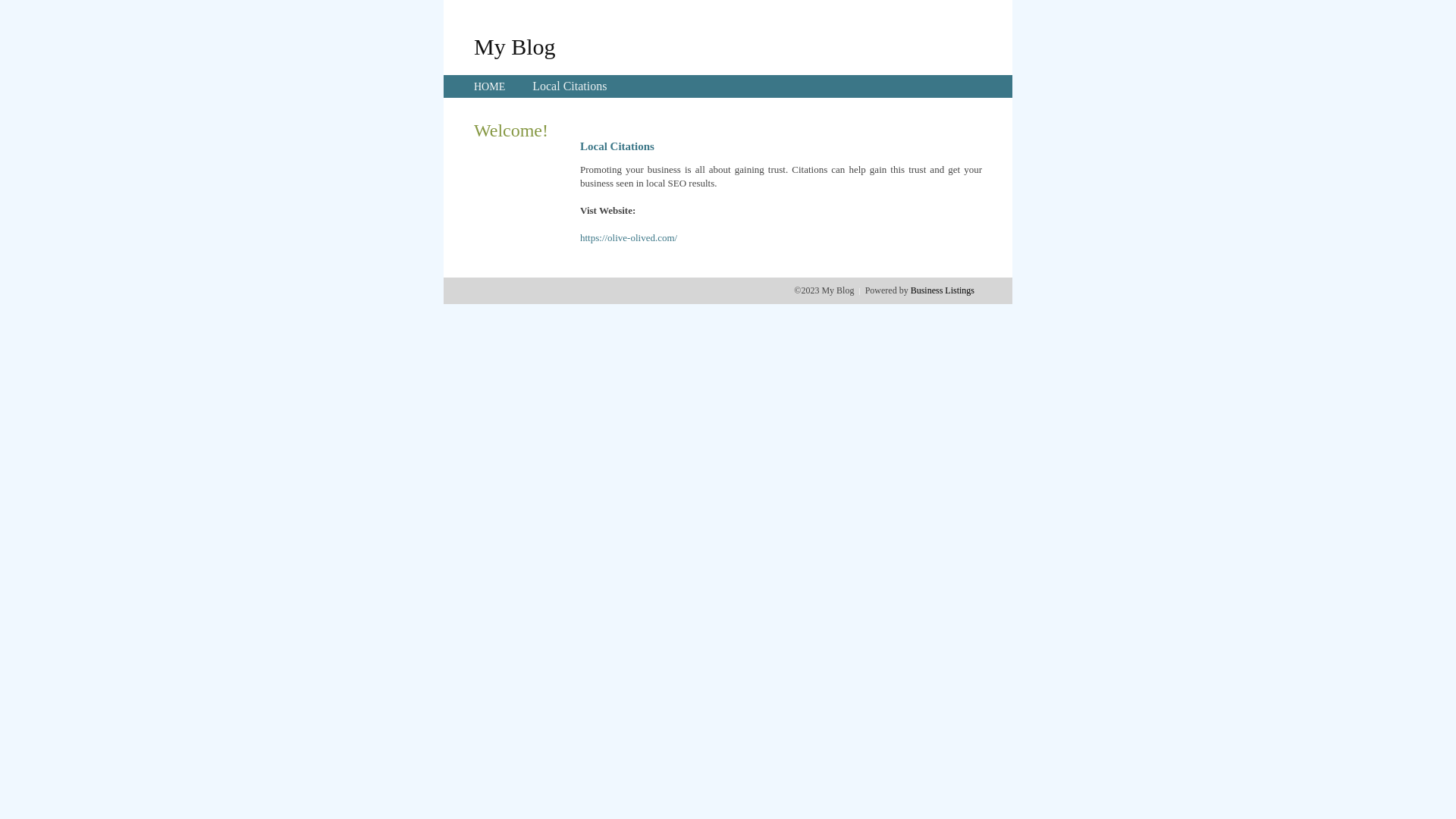  What do you see at coordinates (489, 86) in the screenshot?
I see `'HOME'` at bounding box center [489, 86].